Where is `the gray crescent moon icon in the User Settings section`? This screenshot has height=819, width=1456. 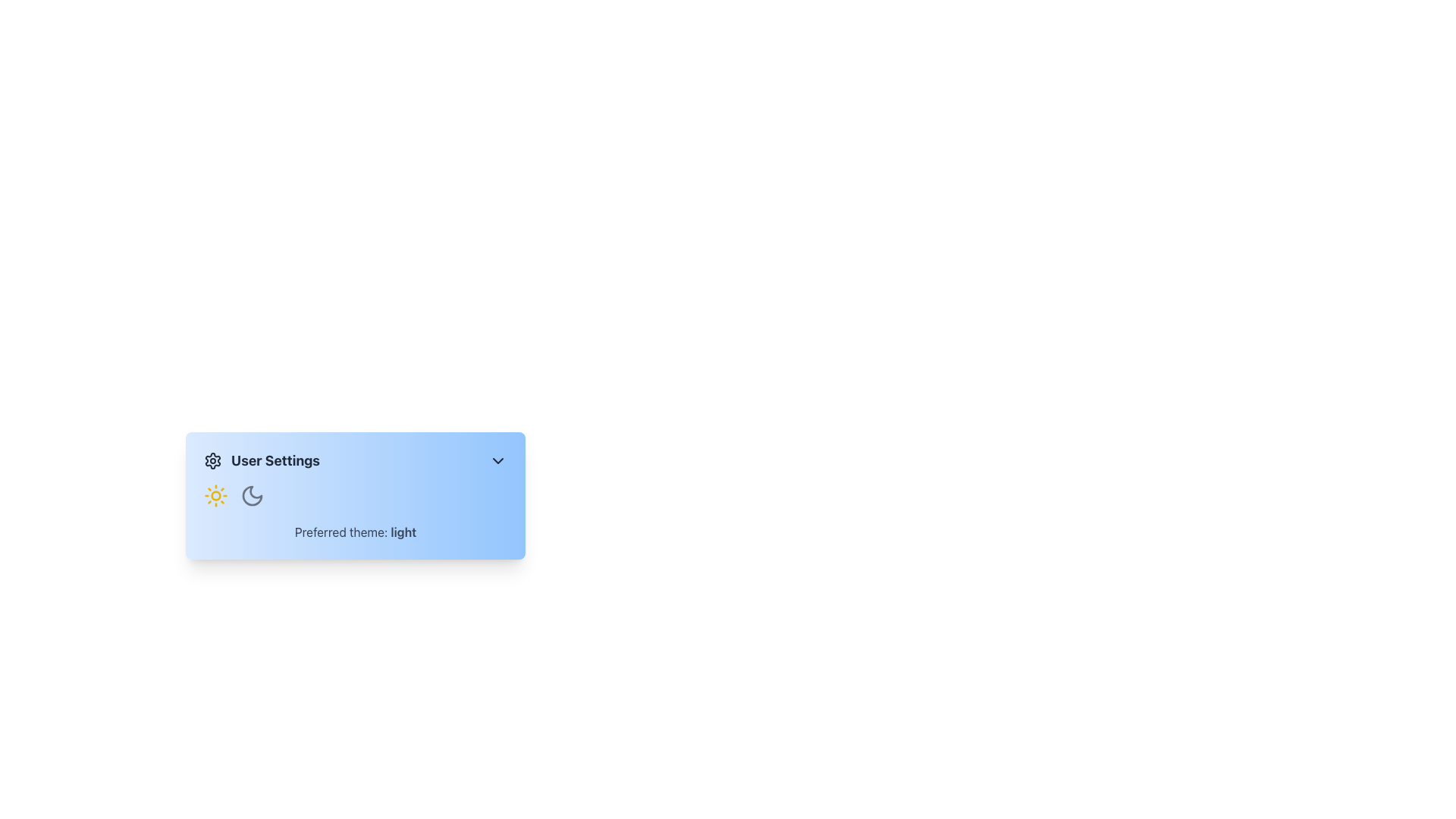
the gray crescent moon icon in the User Settings section is located at coordinates (252, 496).